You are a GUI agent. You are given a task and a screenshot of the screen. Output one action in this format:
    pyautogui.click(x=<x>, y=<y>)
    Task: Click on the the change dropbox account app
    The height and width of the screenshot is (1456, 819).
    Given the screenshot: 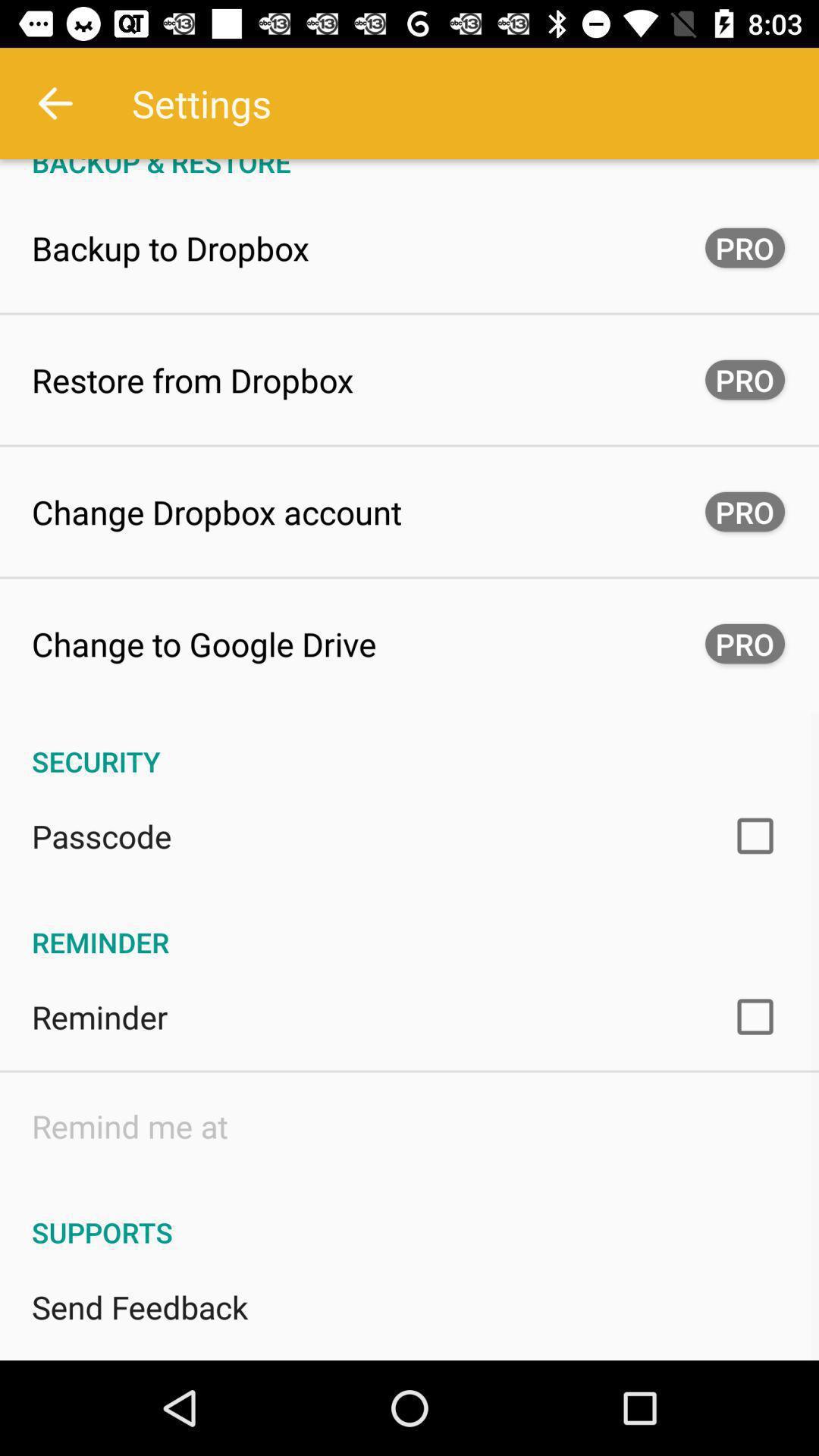 What is the action you would take?
    pyautogui.click(x=217, y=512)
    